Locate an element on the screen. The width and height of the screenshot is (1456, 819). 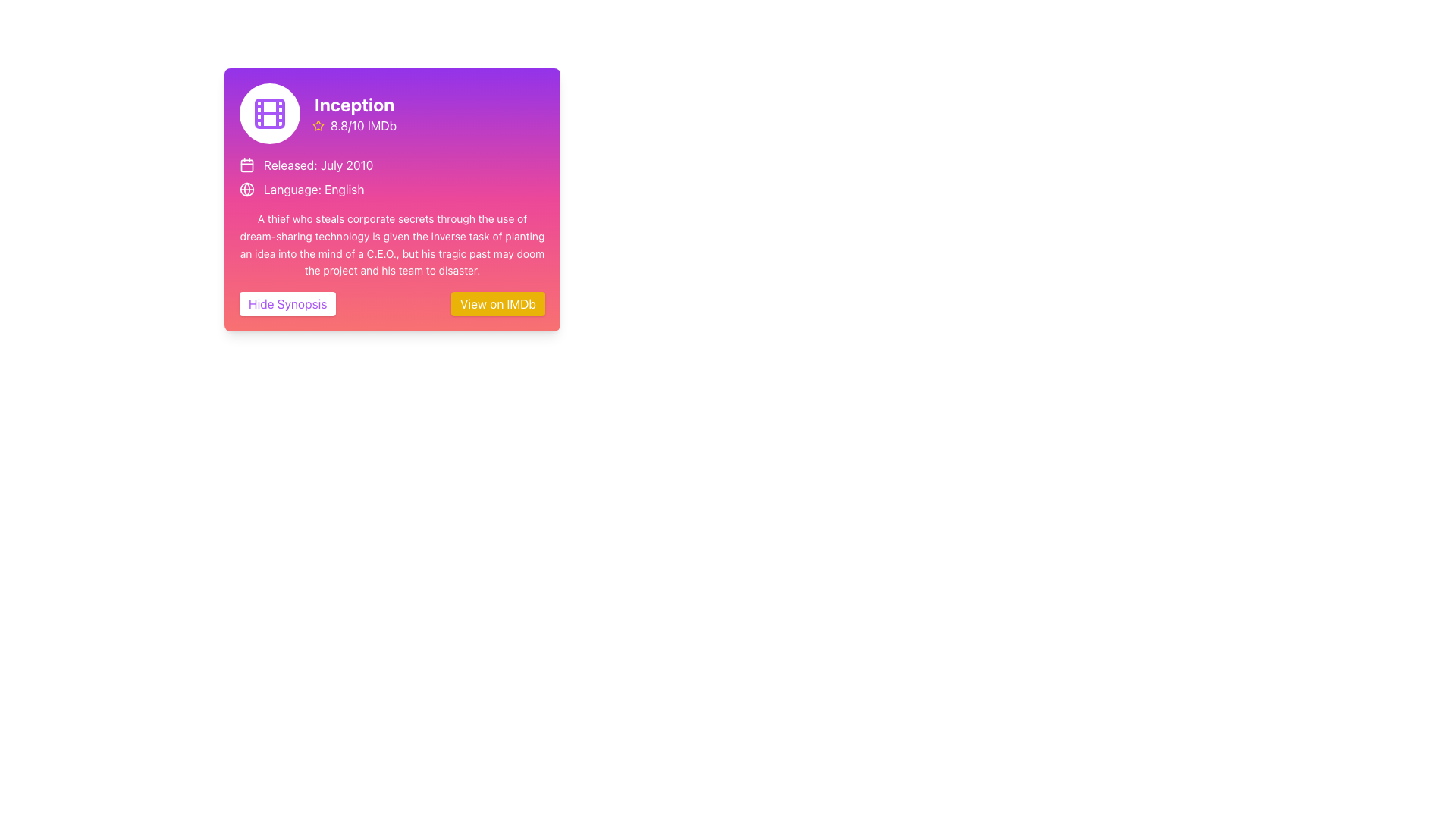
the informational text displaying the release date, which is positioned to the right of the small calendar icon and below the 'Inception' heading is located at coordinates (318, 165).